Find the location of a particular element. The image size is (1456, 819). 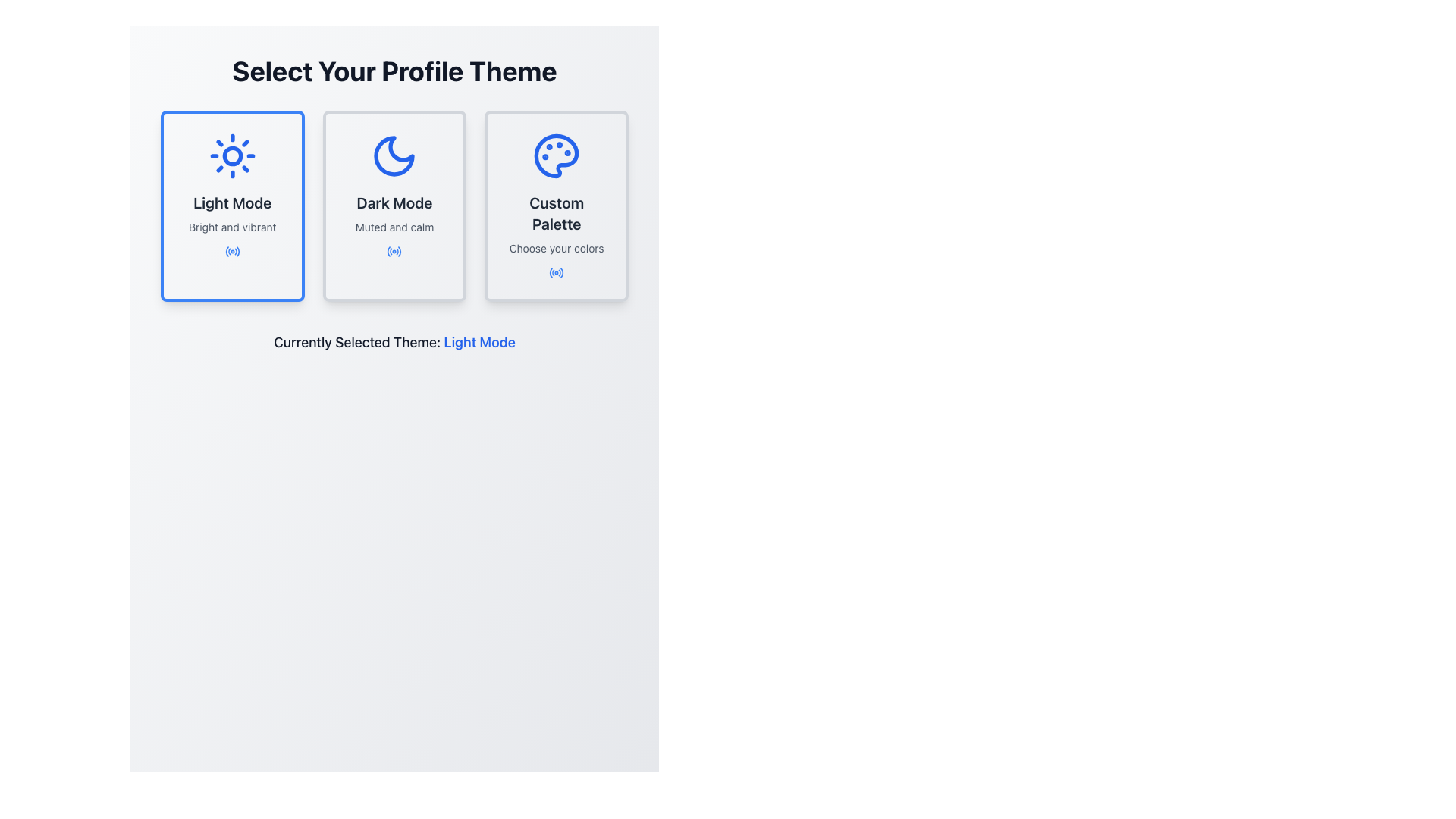

the decorative 'Dark Mode' icon located at the center-top of the card labeled 'Dark Mode' with the subtitle 'Muted and calm' is located at coordinates (394, 155).